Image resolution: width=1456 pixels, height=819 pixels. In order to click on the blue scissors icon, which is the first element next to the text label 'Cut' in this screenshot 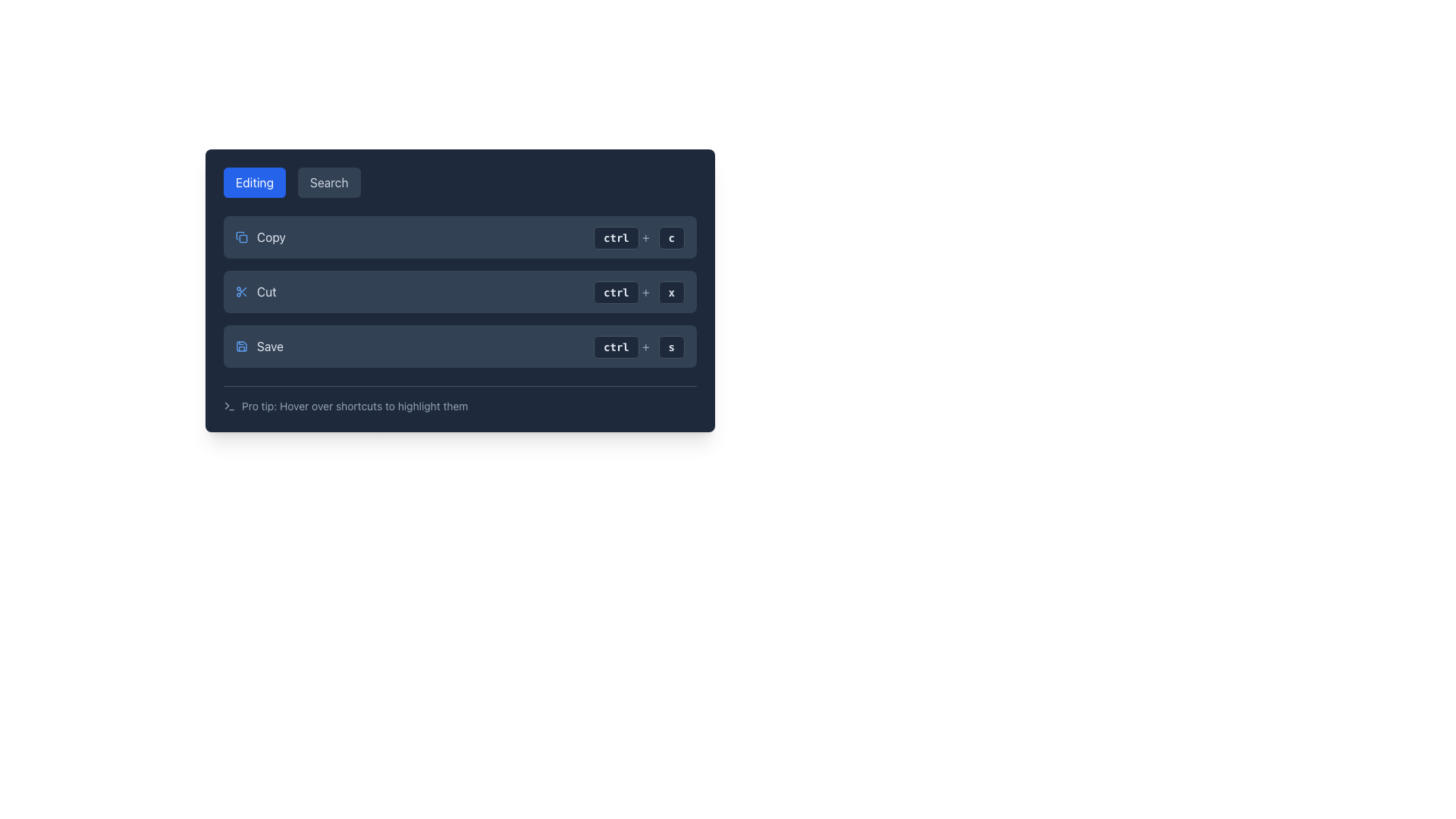, I will do `click(240, 292)`.